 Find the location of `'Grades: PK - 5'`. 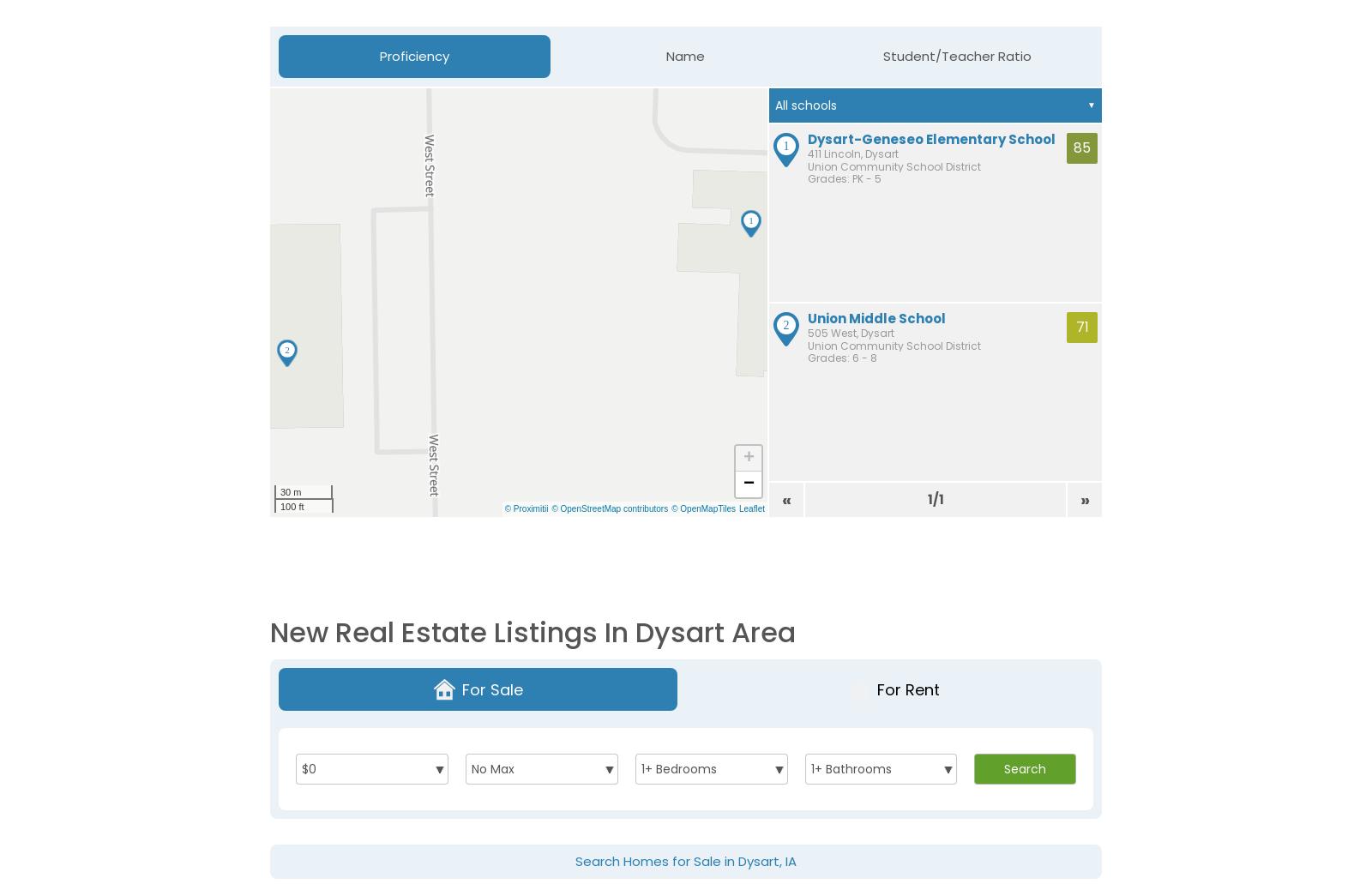

'Grades: PK - 5' is located at coordinates (843, 177).